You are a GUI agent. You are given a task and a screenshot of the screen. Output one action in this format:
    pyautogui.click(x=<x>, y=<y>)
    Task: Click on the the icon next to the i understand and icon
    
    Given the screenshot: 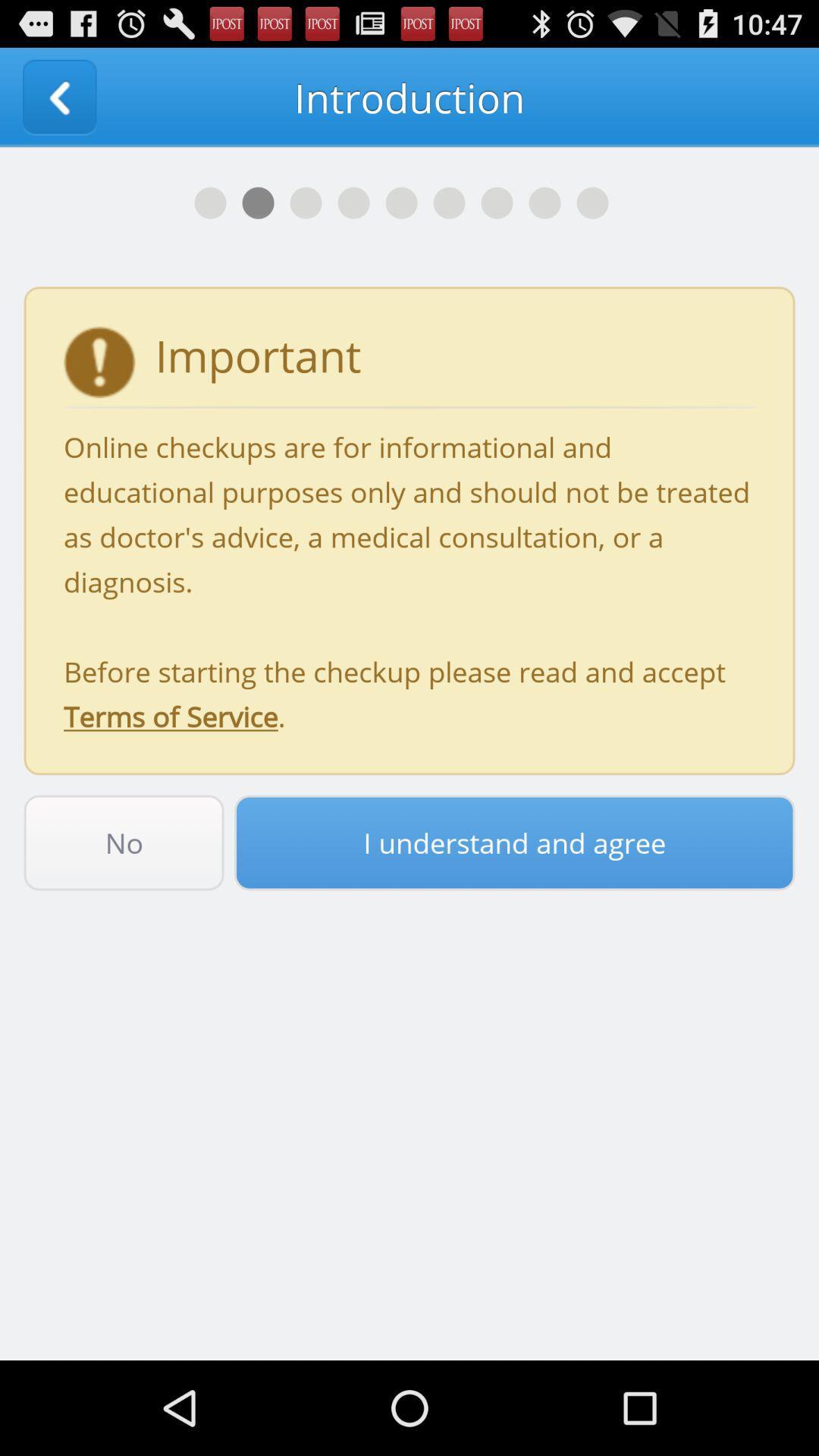 What is the action you would take?
    pyautogui.click(x=123, y=842)
    